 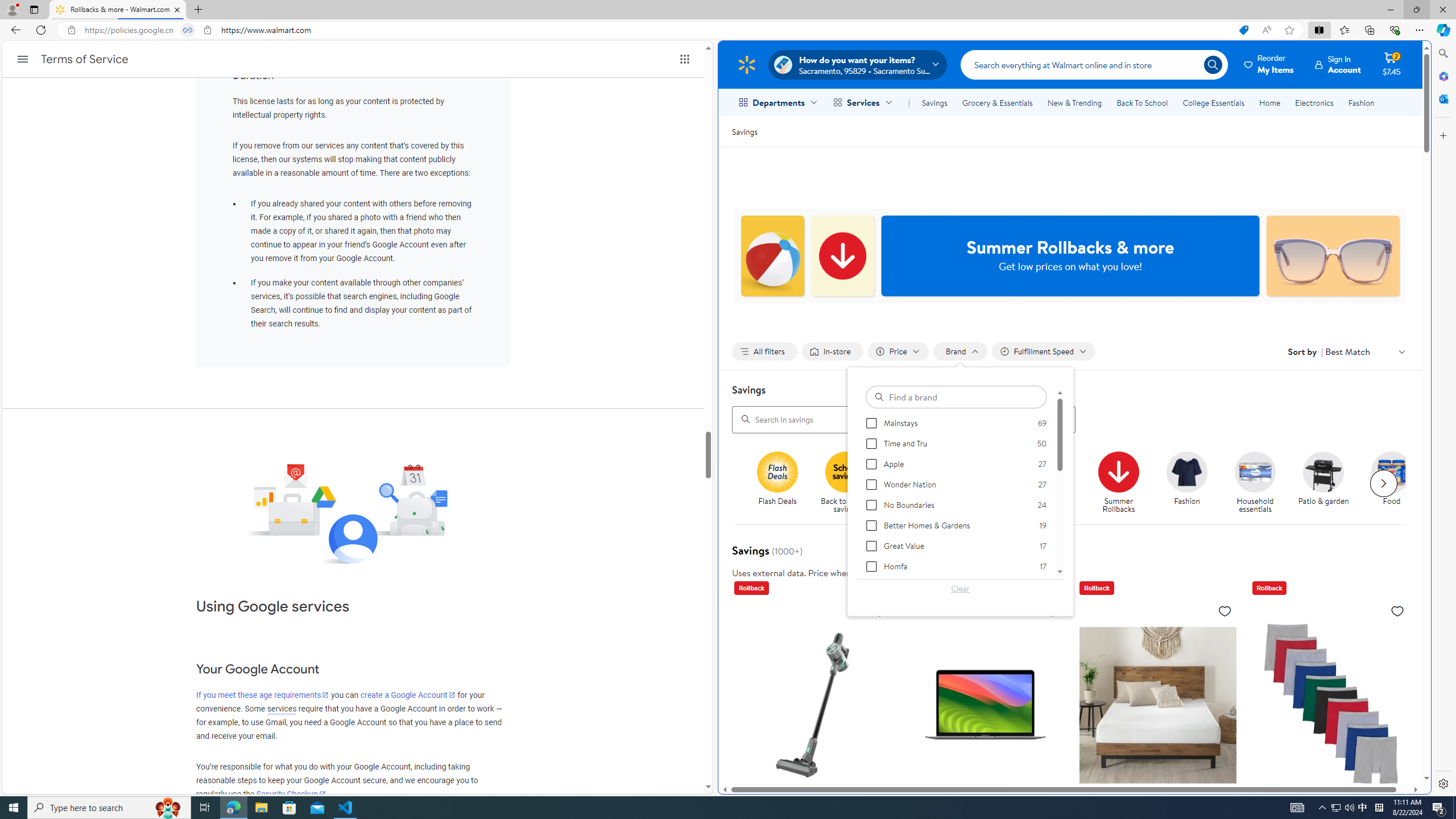 What do you see at coordinates (777, 479) in the screenshot?
I see `'Flash deals Flash Deals'` at bounding box center [777, 479].